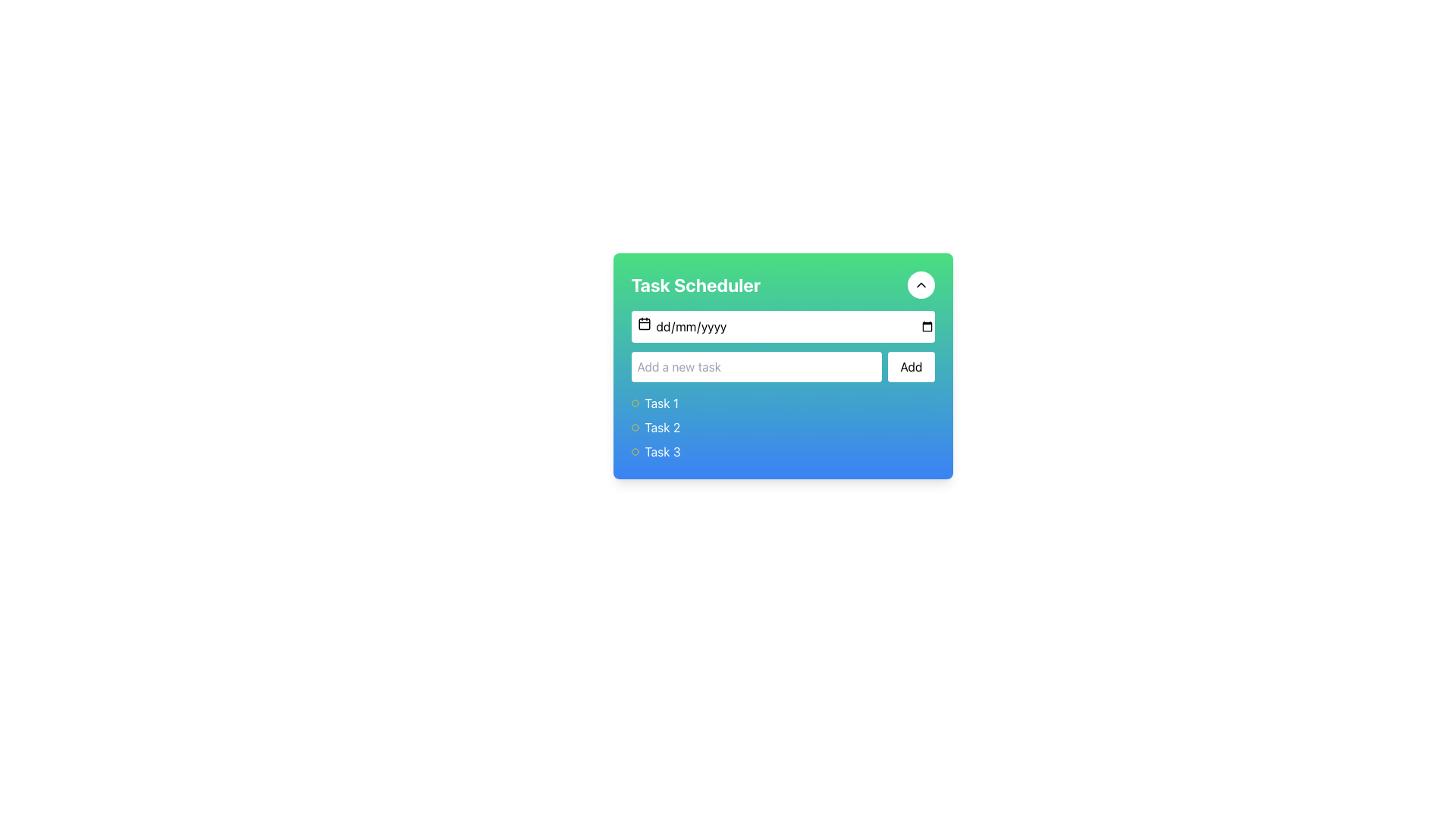  I want to click on the small, rounded rectangle within the calendar icon in the task scheduler, located slightly below and to the center of the icon's boundary, so click(644, 323).